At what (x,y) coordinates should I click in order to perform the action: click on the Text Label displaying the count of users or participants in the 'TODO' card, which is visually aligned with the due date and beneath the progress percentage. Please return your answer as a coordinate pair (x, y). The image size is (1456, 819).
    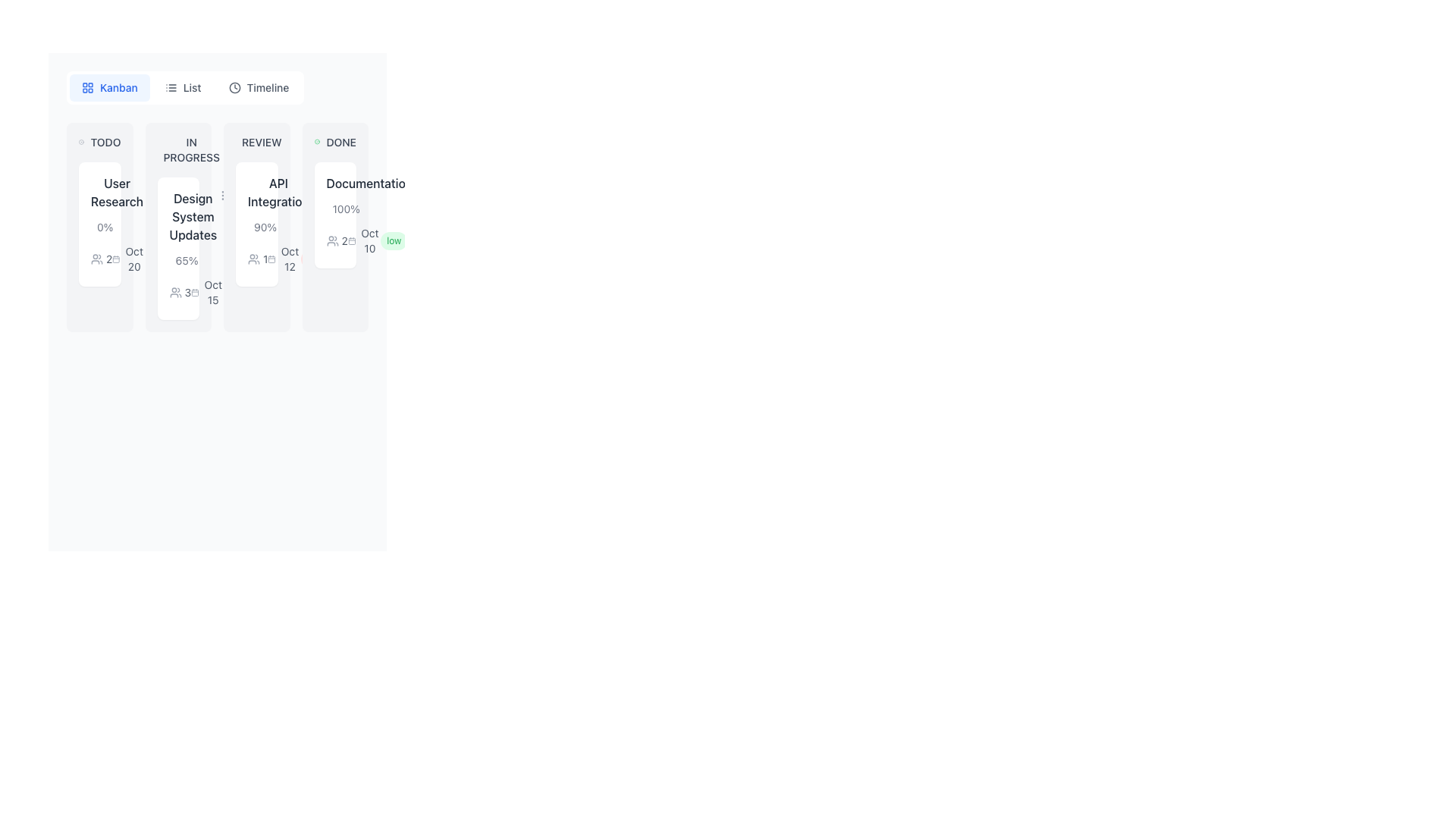
    Looking at the image, I should click on (108, 259).